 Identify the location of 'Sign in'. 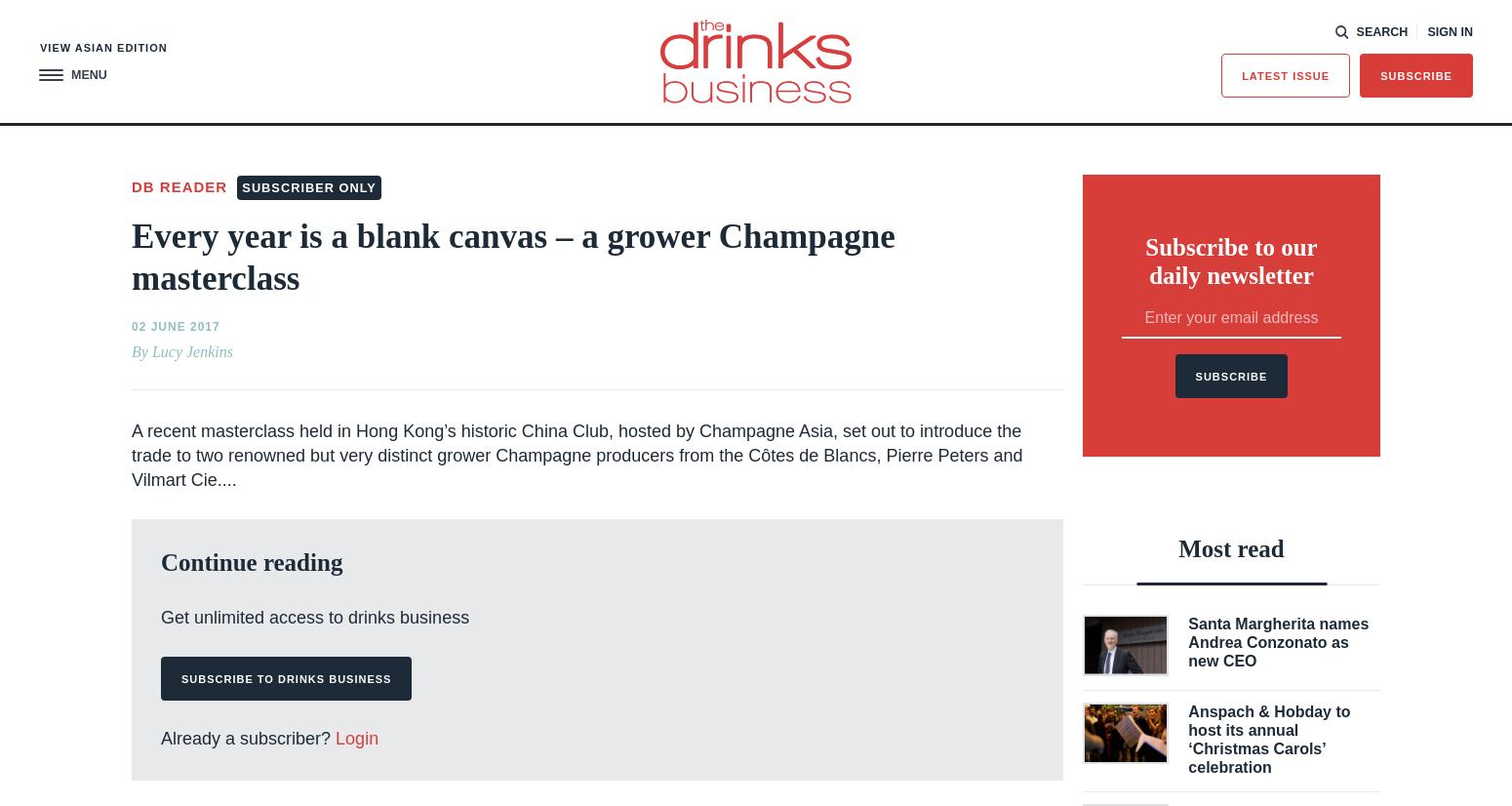
(1426, 29).